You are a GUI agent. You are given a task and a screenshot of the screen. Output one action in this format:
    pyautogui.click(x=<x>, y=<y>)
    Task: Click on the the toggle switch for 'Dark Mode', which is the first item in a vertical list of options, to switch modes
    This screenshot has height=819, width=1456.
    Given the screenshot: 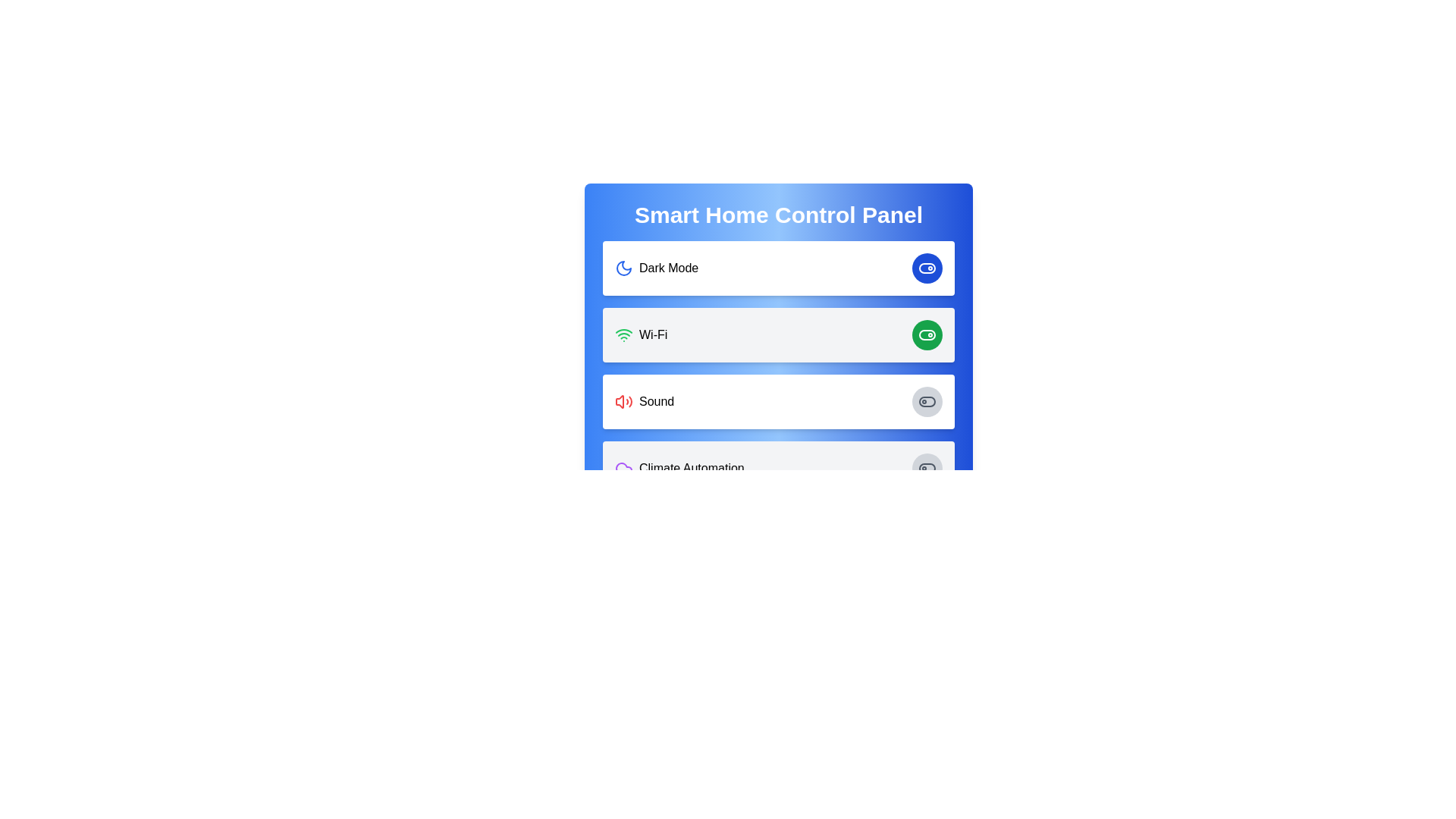 What is the action you would take?
    pyautogui.click(x=779, y=268)
    